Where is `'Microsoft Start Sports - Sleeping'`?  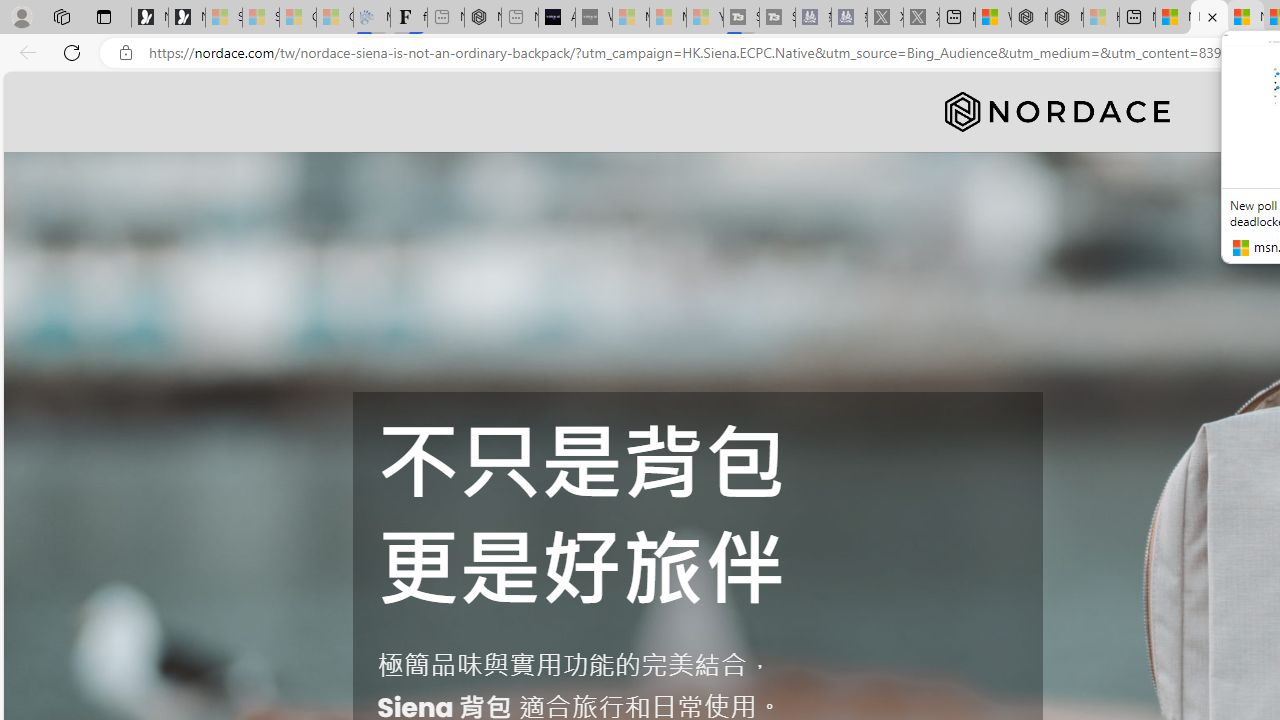
'Microsoft Start Sports - Sleeping' is located at coordinates (630, 17).